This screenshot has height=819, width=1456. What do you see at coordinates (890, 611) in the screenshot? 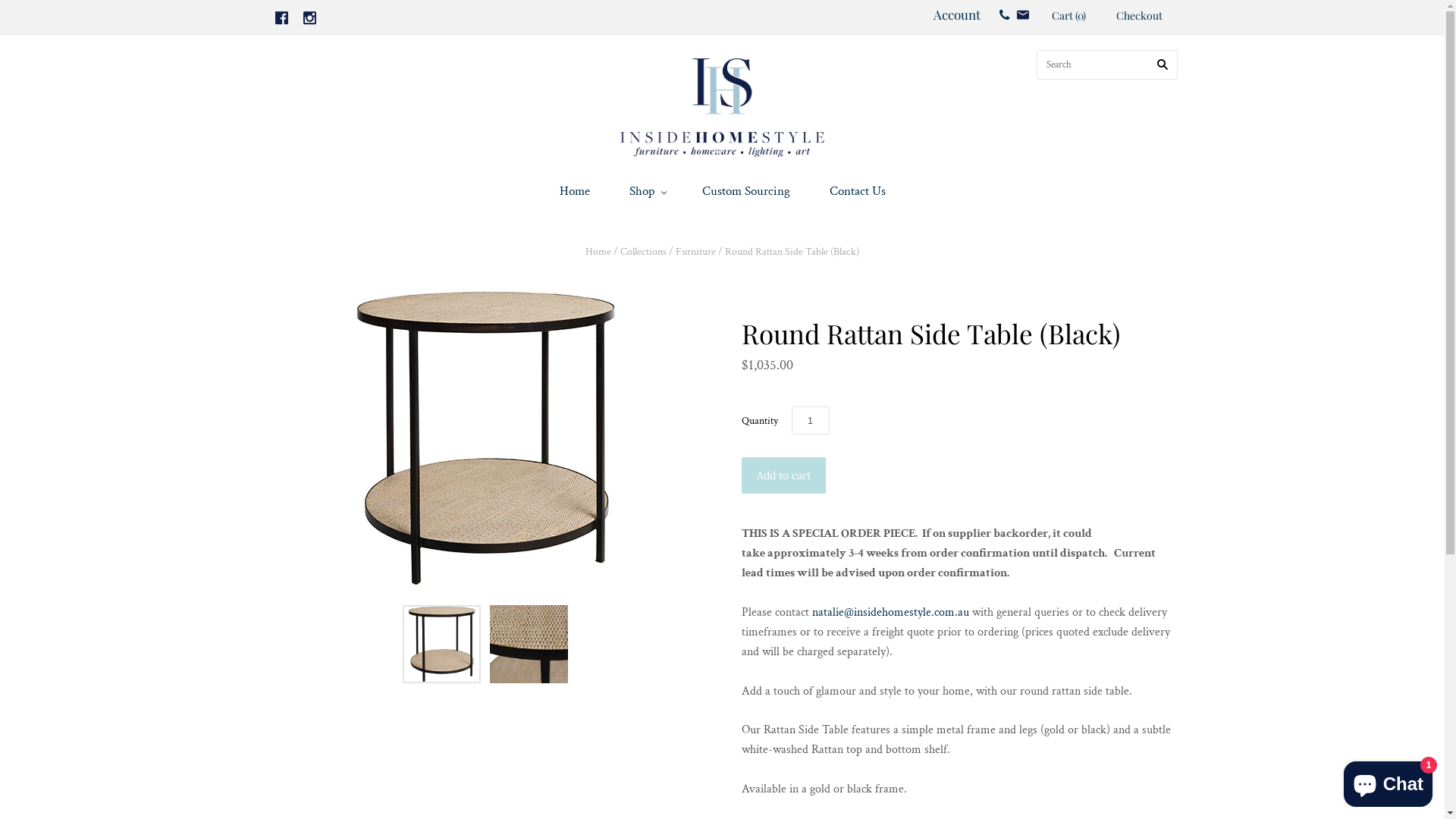
I see `'natalie@insidehomestyle.com.au'` at bounding box center [890, 611].